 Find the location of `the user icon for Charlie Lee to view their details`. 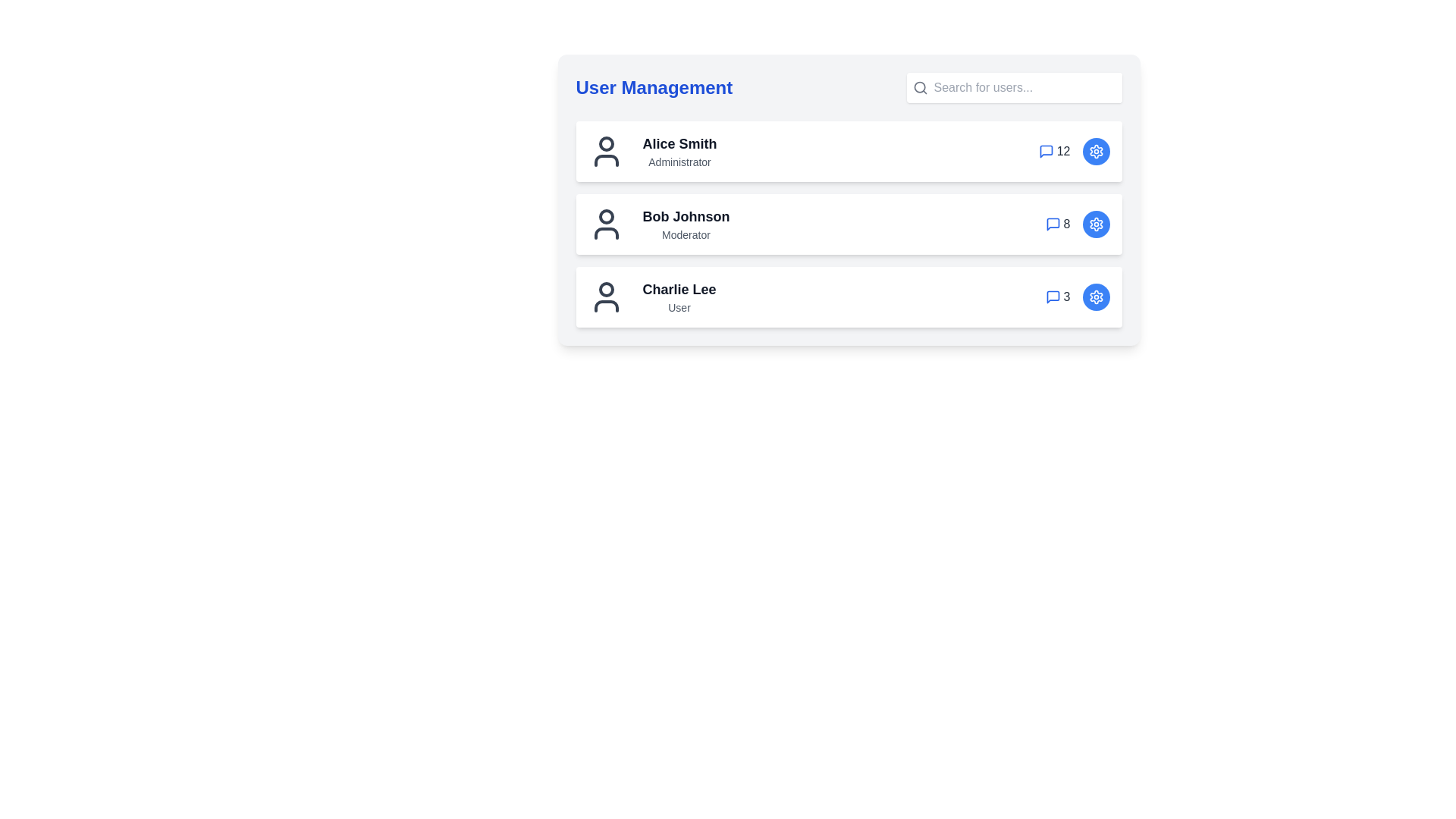

the user icon for Charlie Lee to view their details is located at coordinates (605, 297).